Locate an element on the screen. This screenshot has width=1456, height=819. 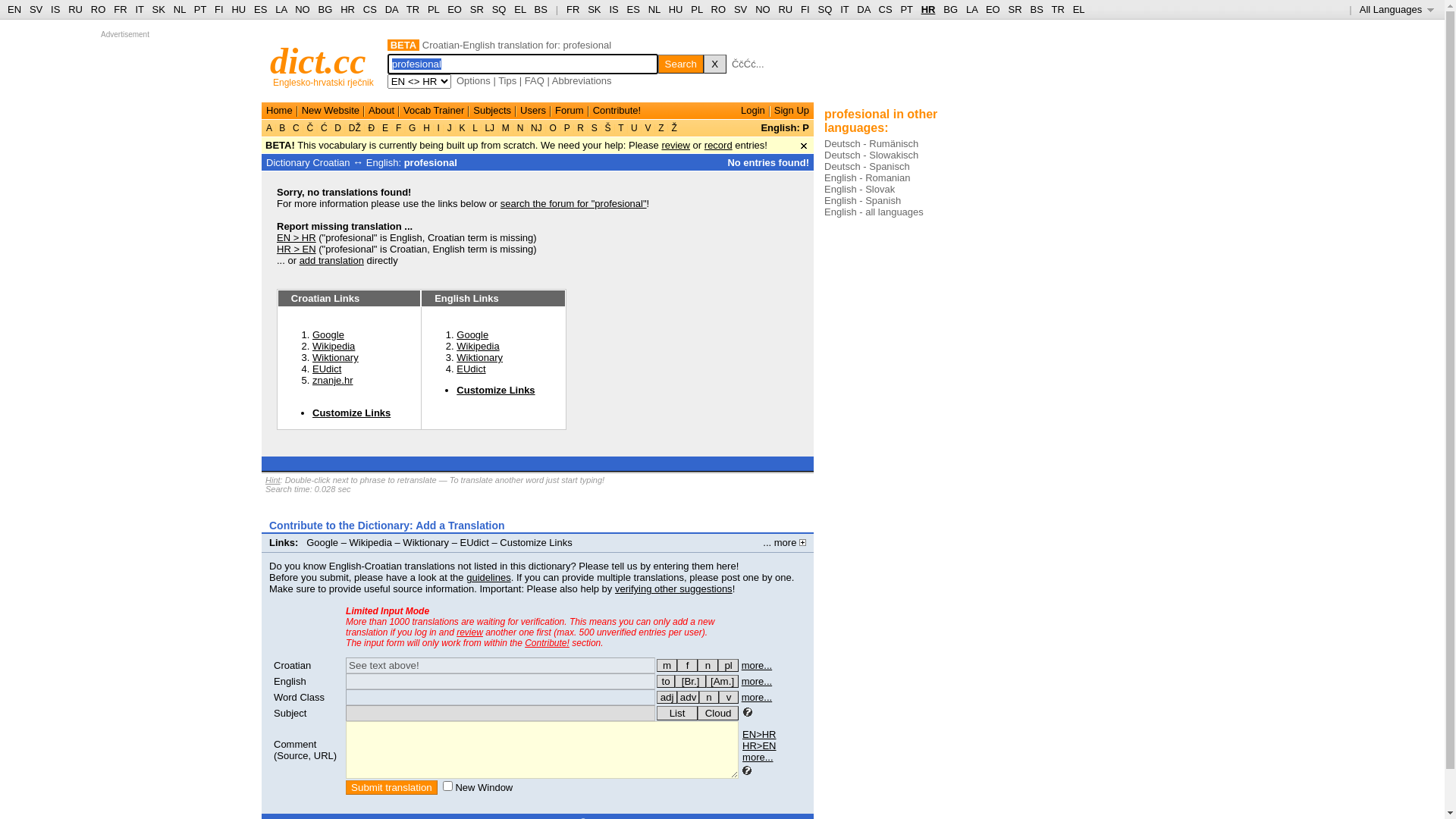
'M' is located at coordinates (506, 127).